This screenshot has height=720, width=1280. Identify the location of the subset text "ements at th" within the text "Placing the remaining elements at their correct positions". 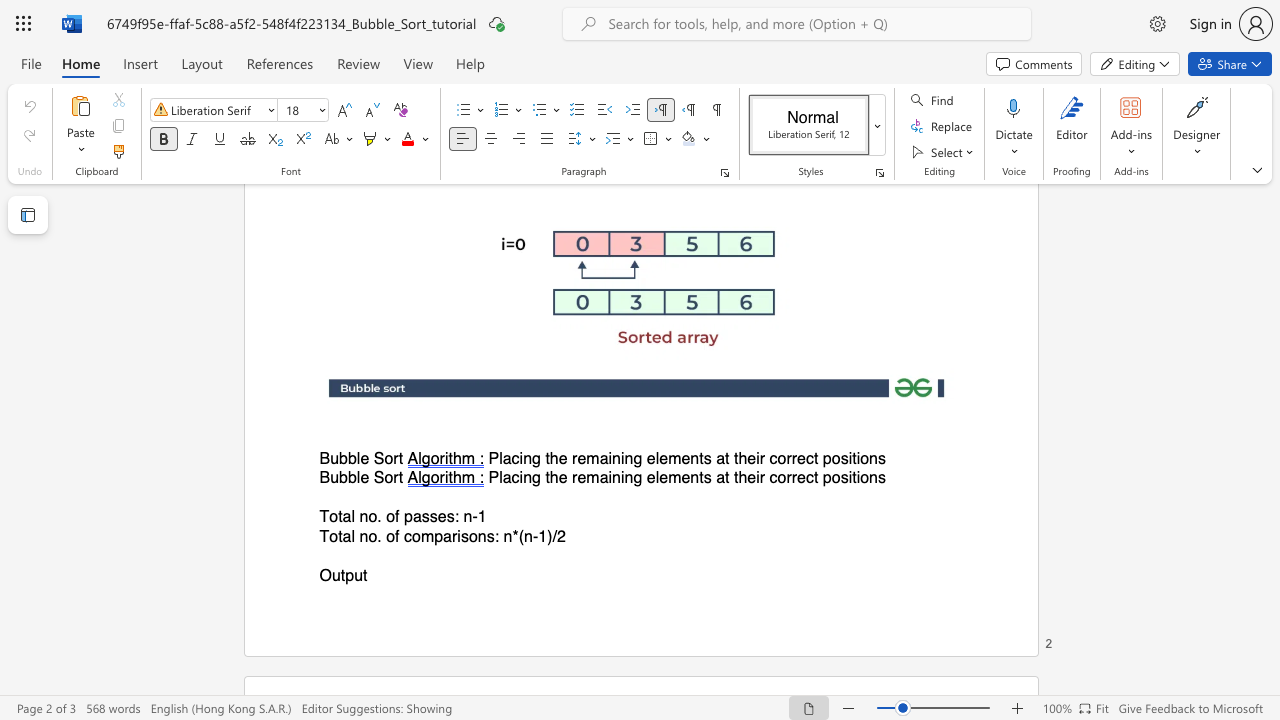
(659, 459).